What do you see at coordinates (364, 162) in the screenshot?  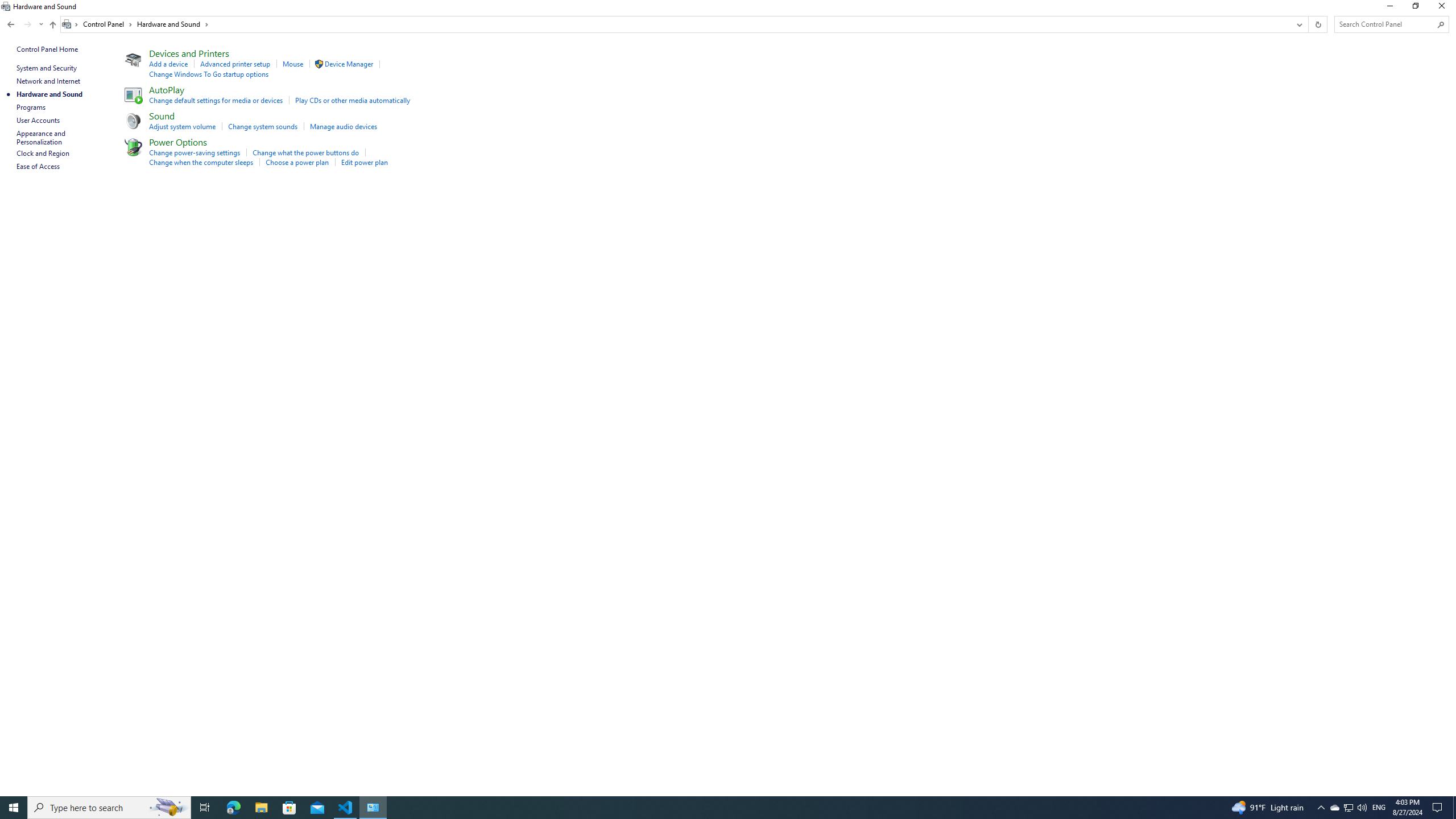 I see `'Edit power plan'` at bounding box center [364, 162].